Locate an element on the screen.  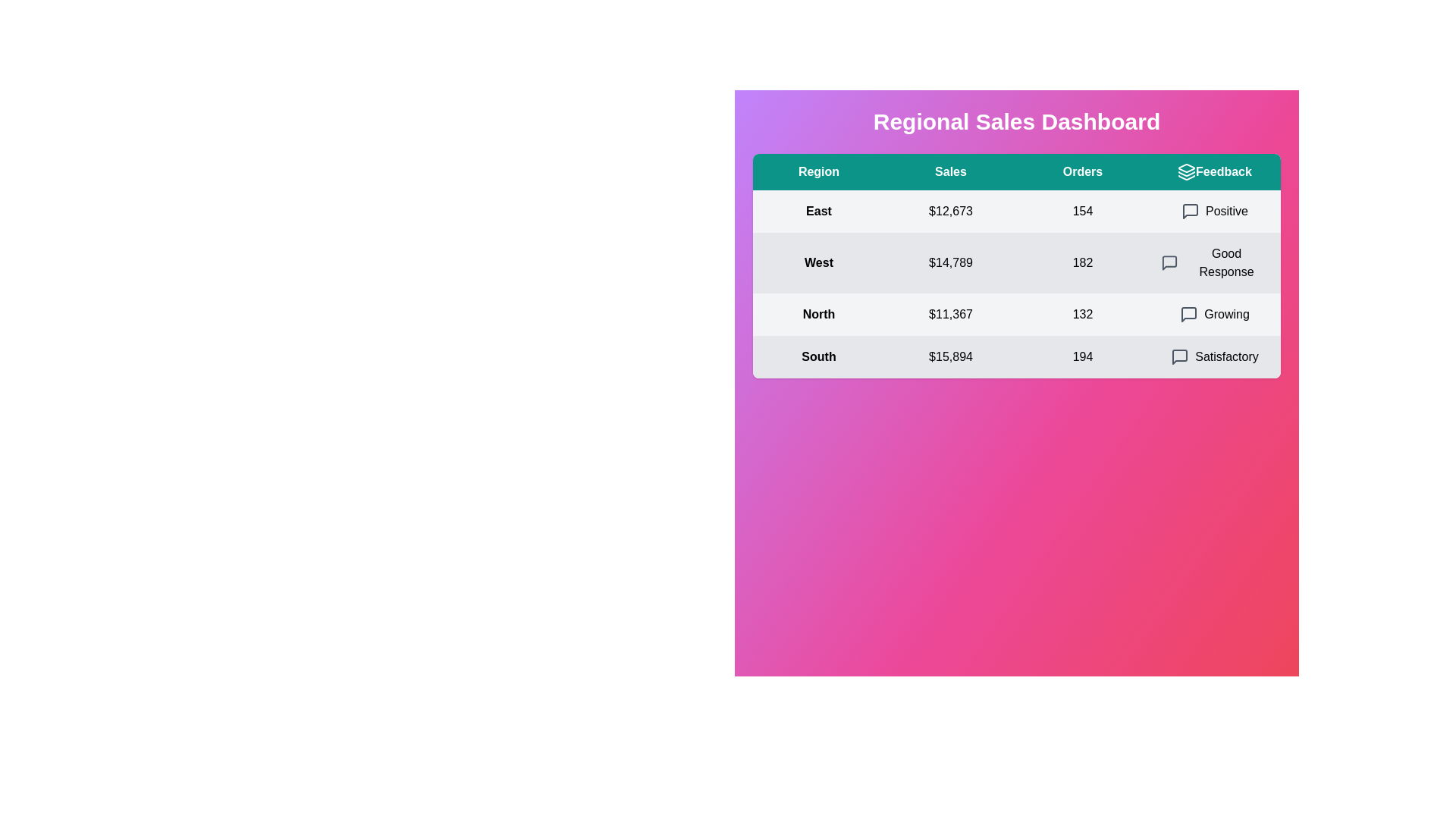
the feedback icon for the North region is located at coordinates (1188, 314).